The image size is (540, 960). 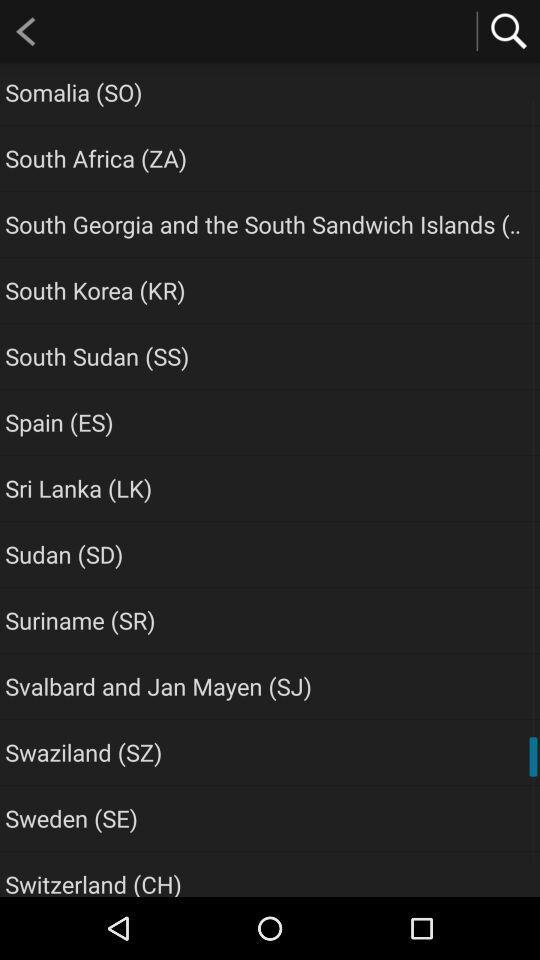 I want to click on the app below svalbard and jan app, so click(x=82, y=751).